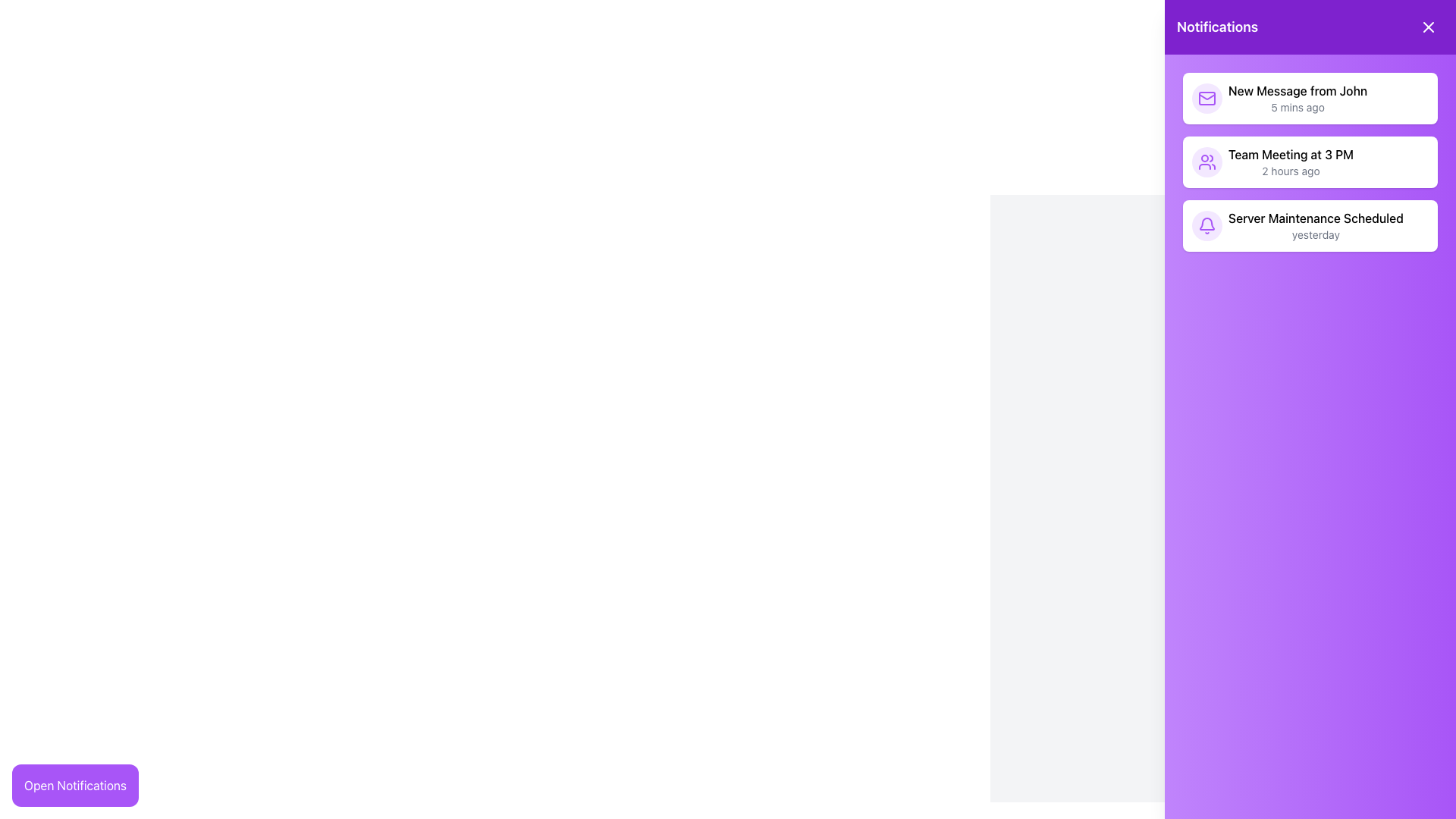 The width and height of the screenshot is (1456, 819). What do you see at coordinates (1310, 162) in the screenshot?
I see `the notification titled 'Team Meeting at 3 PM'` at bounding box center [1310, 162].